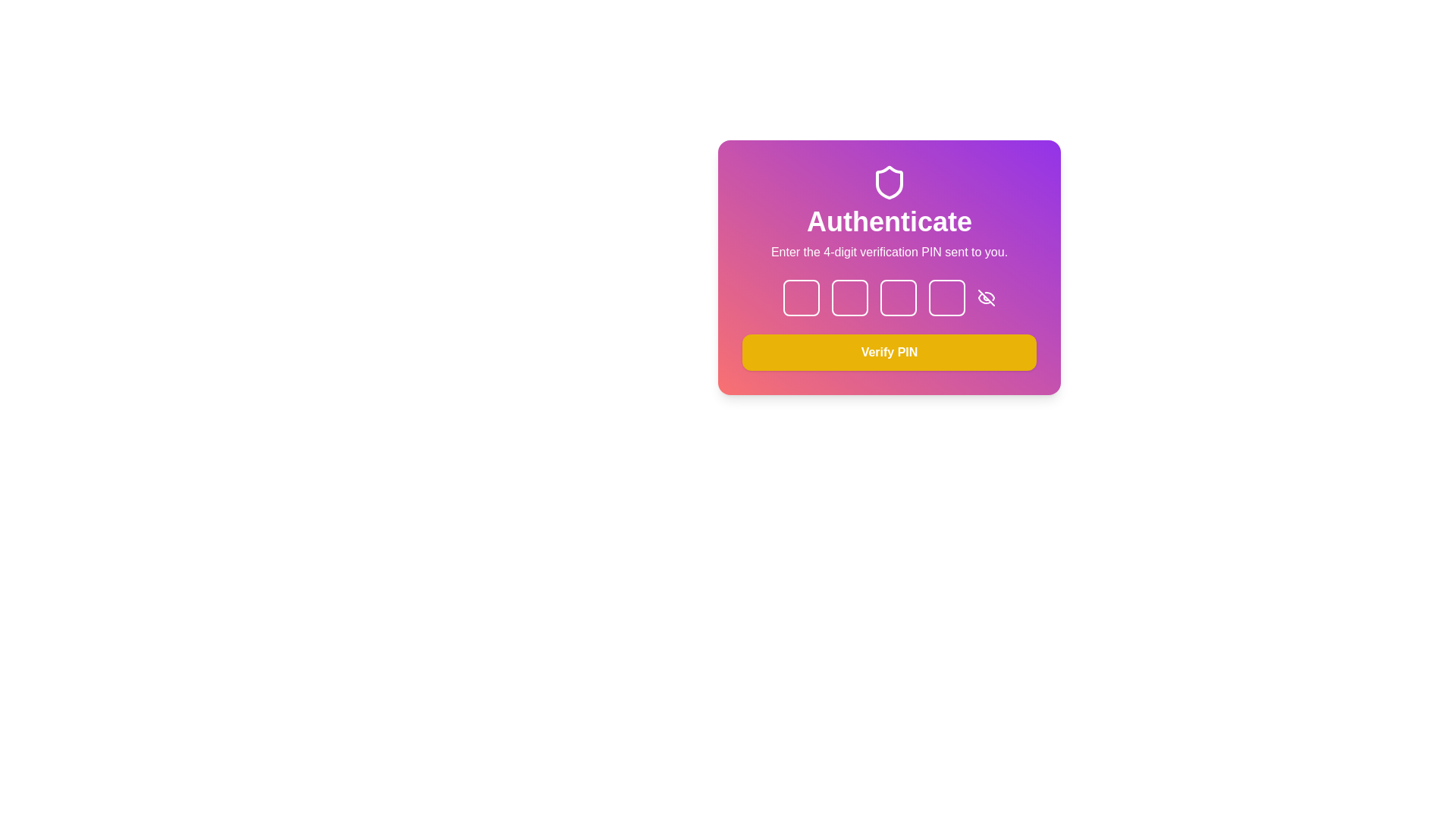  I want to click on instructions from the text label displaying 'Enter the 4-digit verification PIN sent to you.' located below the heading 'Authenticate.', so click(889, 251).